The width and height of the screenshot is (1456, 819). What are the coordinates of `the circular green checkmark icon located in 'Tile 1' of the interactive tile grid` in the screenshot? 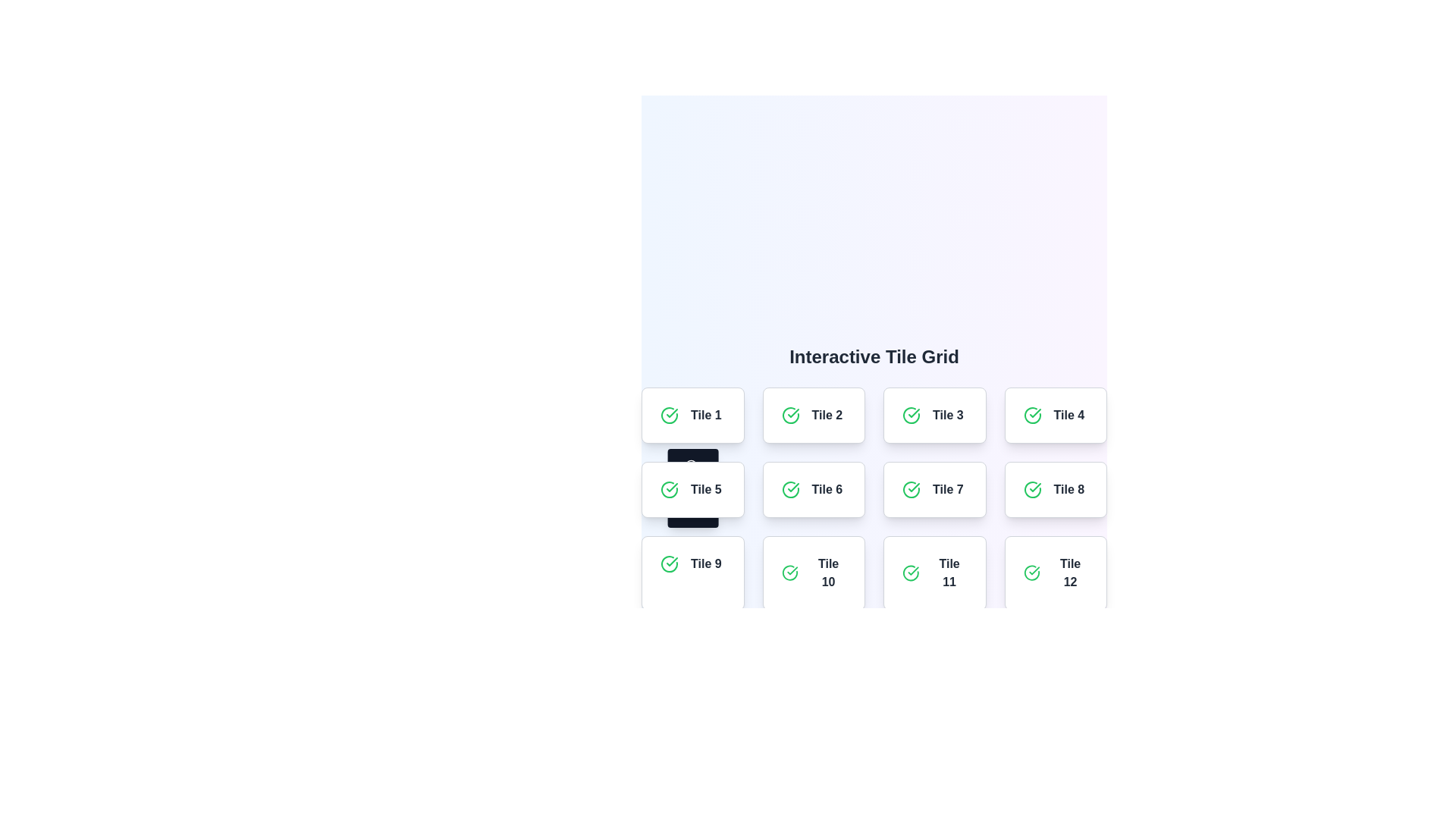 It's located at (669, 415).